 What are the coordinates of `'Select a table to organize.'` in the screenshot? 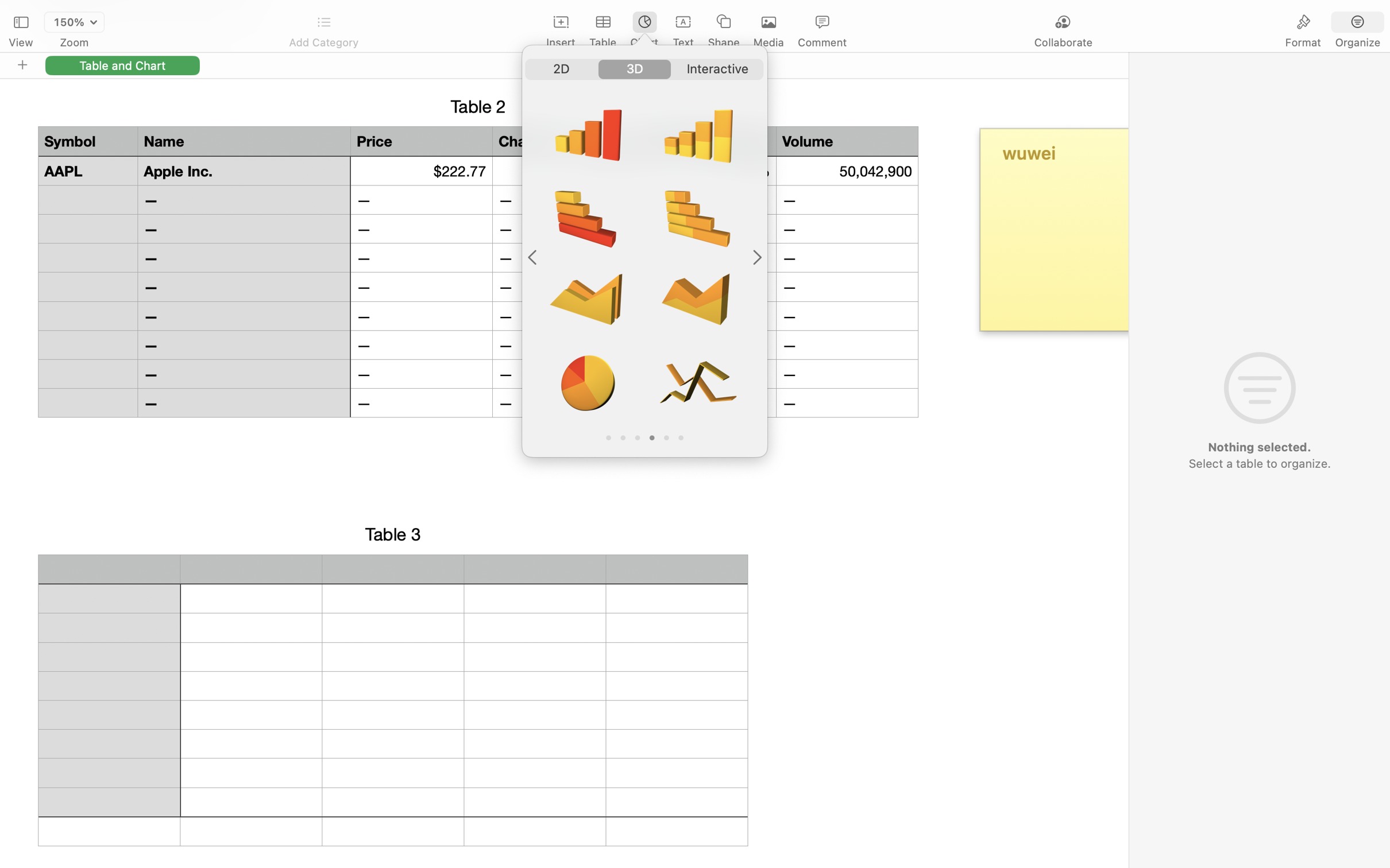 It's located at (1258, 463).